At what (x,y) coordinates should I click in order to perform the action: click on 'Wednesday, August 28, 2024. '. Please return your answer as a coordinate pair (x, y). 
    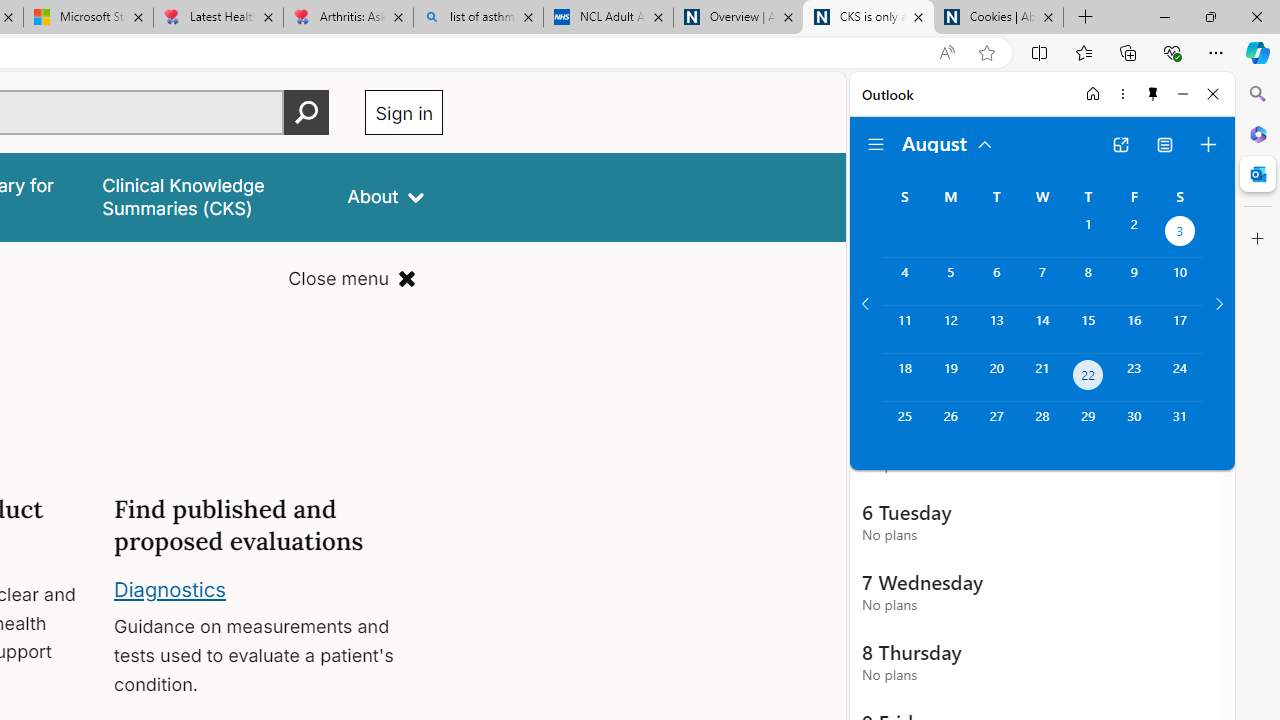
    Looking at the image, I should click on (1041, 424).